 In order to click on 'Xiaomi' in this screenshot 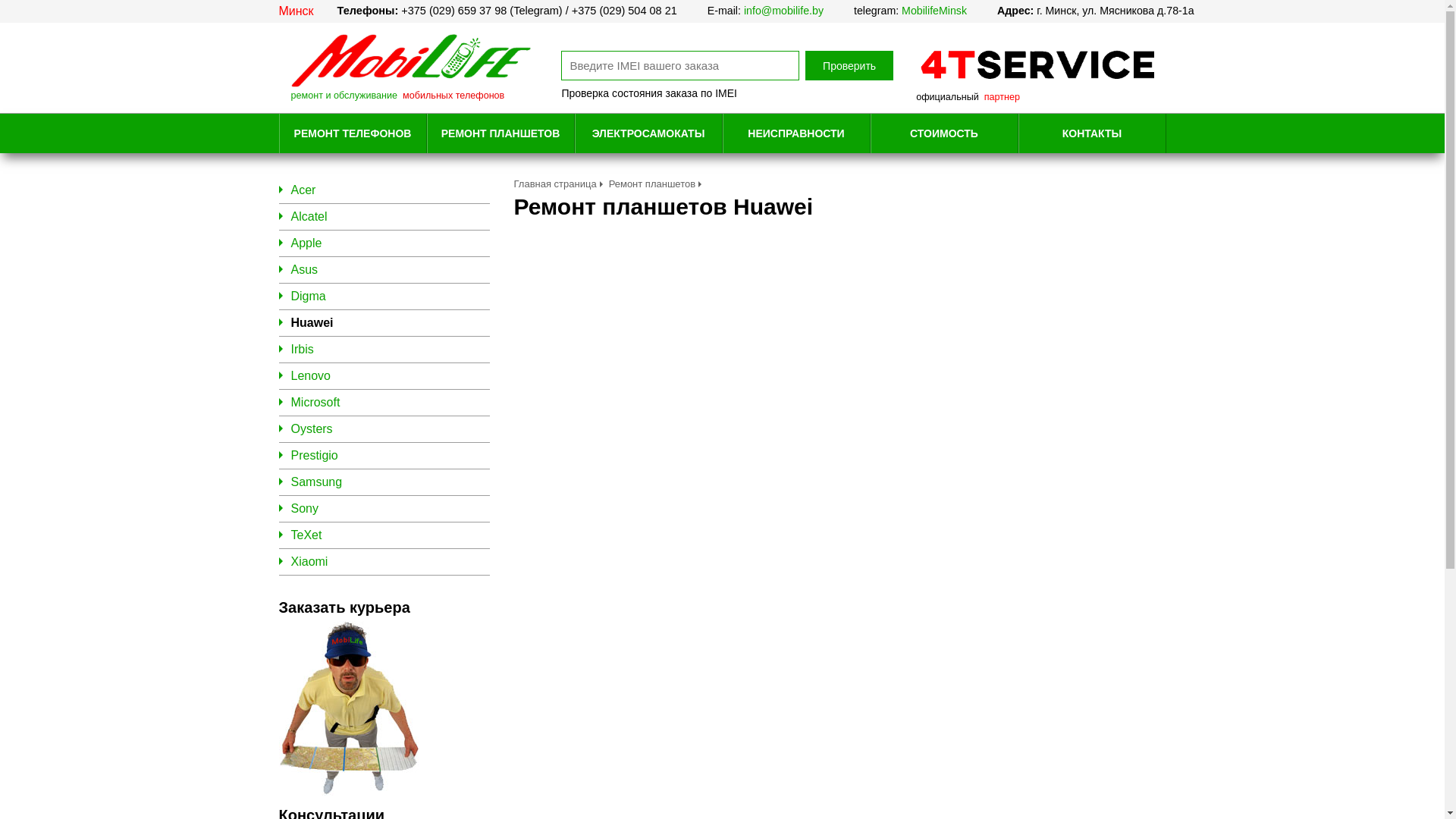, I will do `click(309, 561)`.